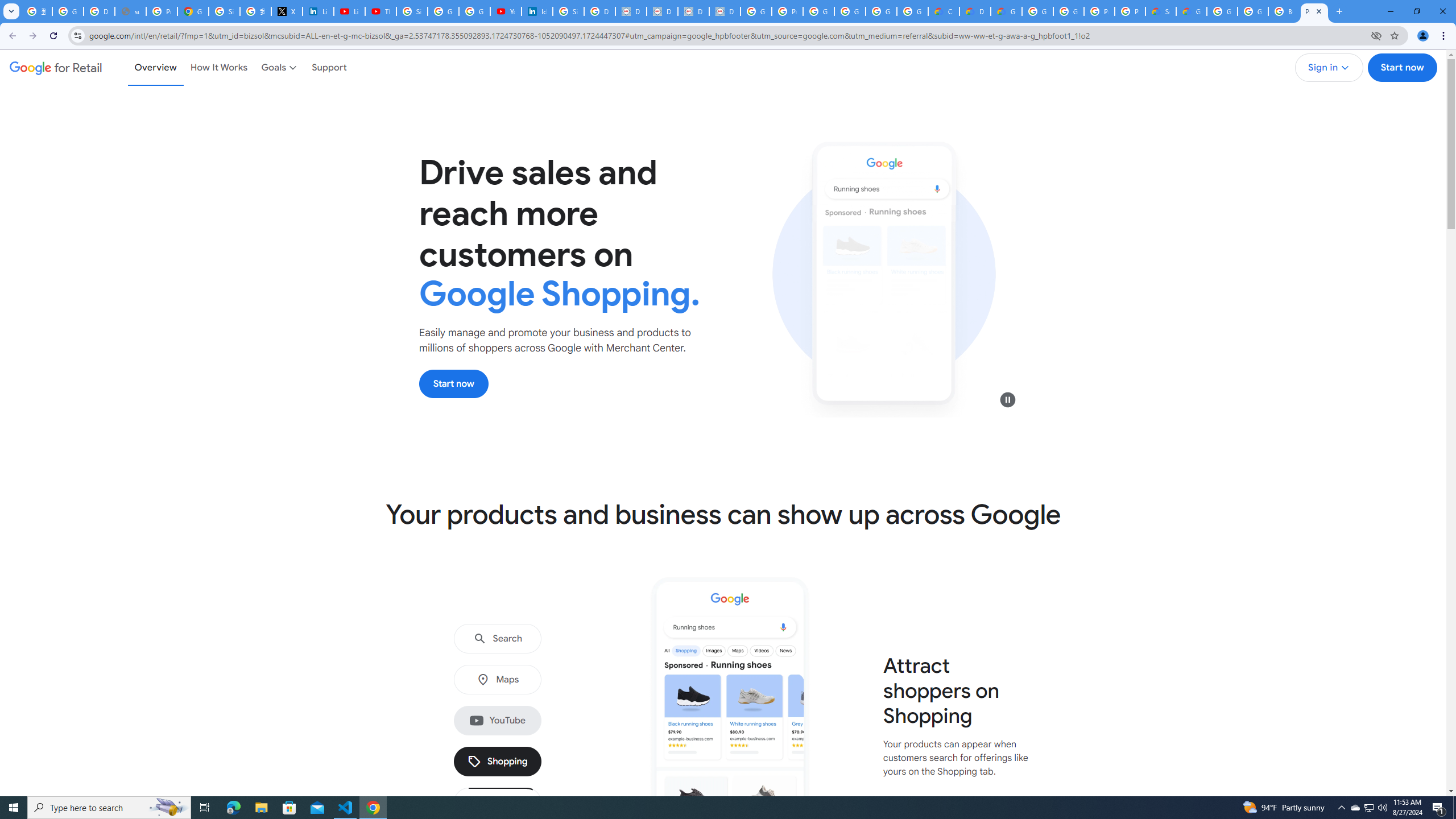  Describe the element at coordinates (943, 11) in the screenshot. I see `'Customer Care | Google Cloud'` at that location.